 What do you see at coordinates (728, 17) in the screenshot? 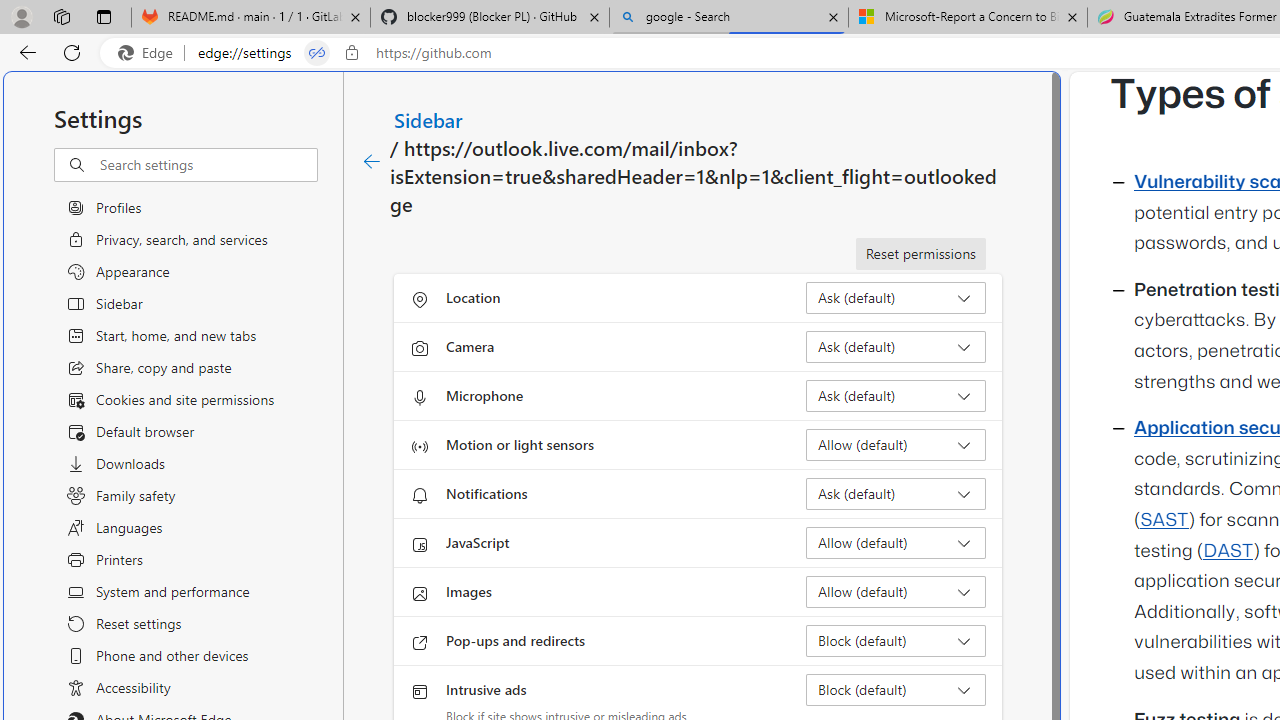
I see `'google - Search'` at bounding box center [728, 17].